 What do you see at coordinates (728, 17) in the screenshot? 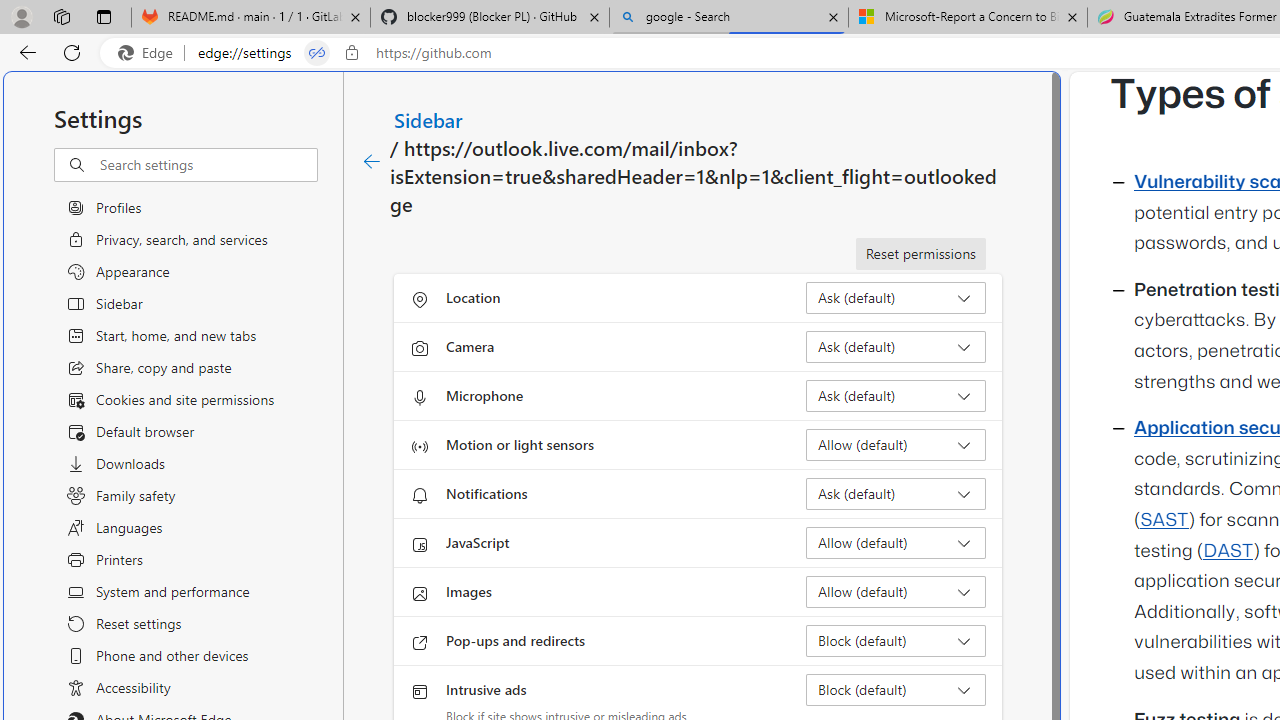
I see `'google - Search'` at bounding box center [728, 17].